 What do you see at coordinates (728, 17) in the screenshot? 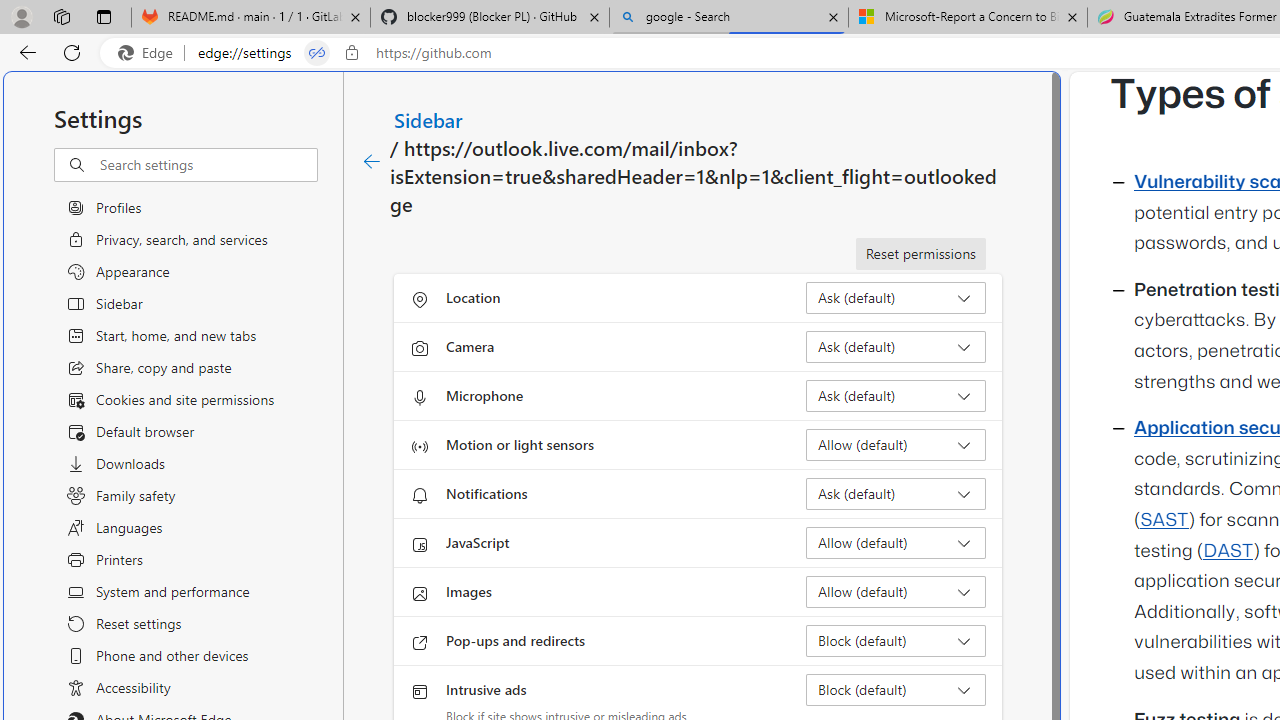
I see `'google - Search'` at bounding box center [728, 17].